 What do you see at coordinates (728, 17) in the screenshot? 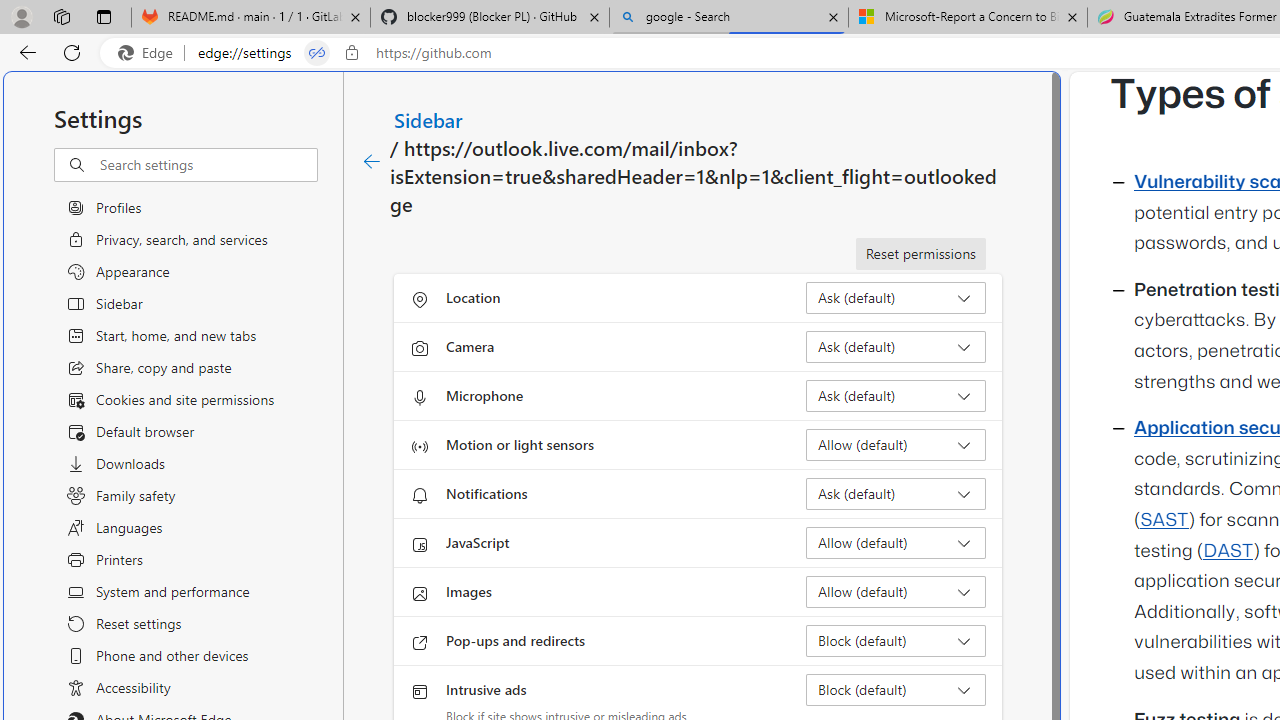
I see `'google - Search'` at bounding box center [728, 17].